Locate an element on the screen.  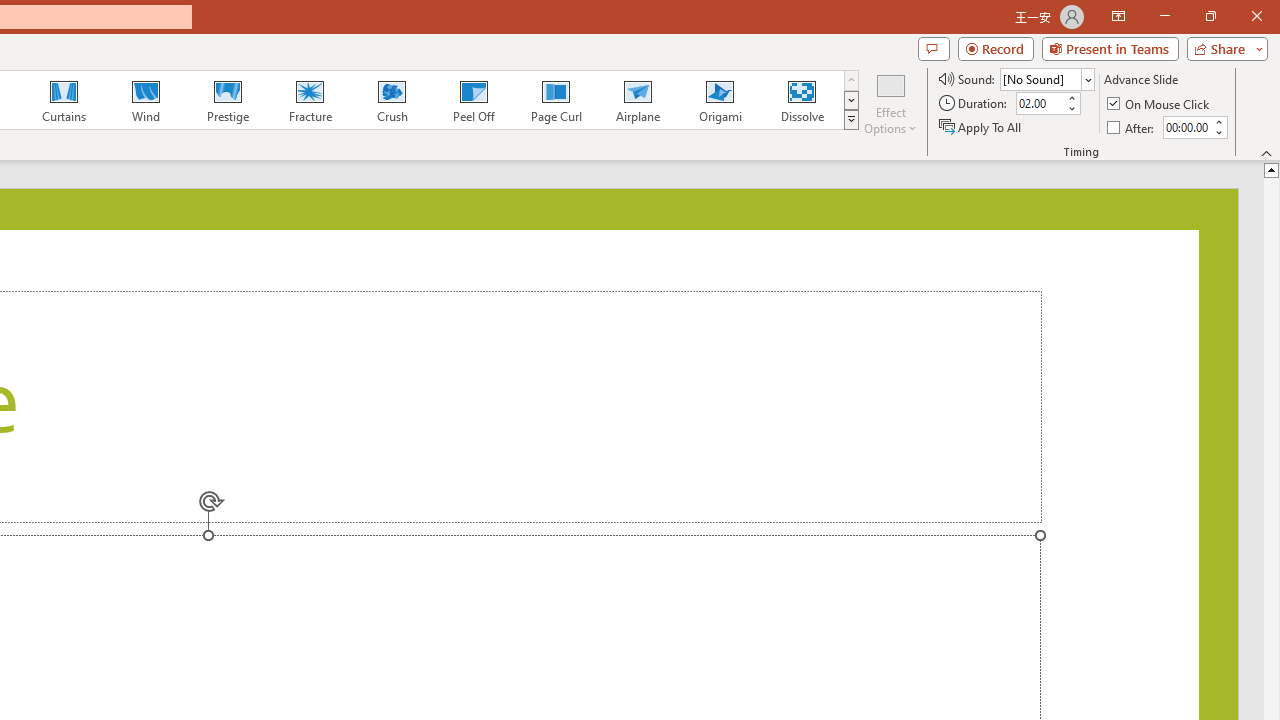
'Airplane' is located at coordinates (636, 100).